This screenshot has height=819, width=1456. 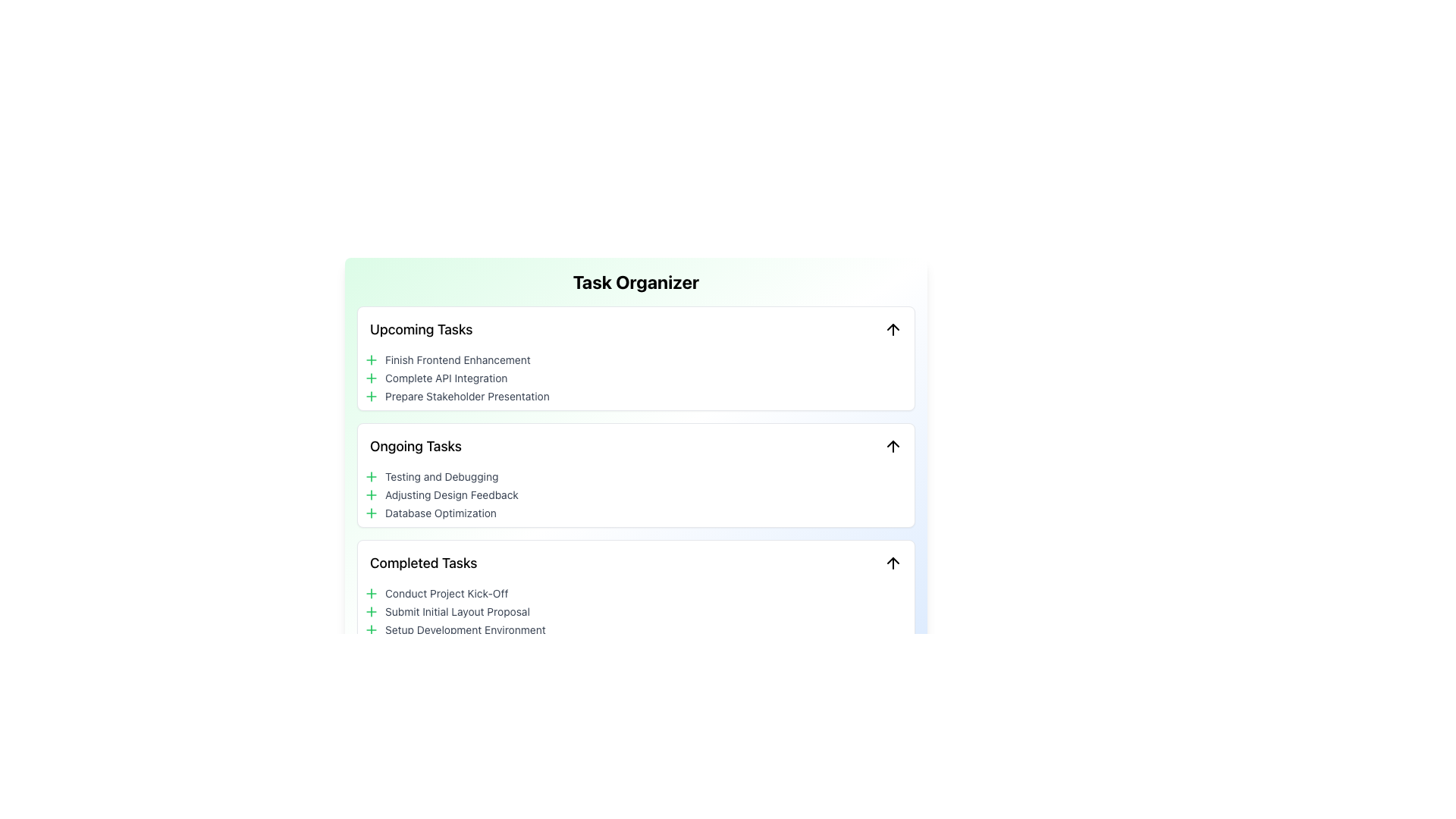 What do you see at coordinates (457, 610) in the screenshot?
I see `the Static Text Label that represents the description of a completed task, located in the 'Completed Tasks' section, positioned below 'Conduct Project Kick-Off' and above 'Setup Development Environment'` at bounding box center [457, 610].